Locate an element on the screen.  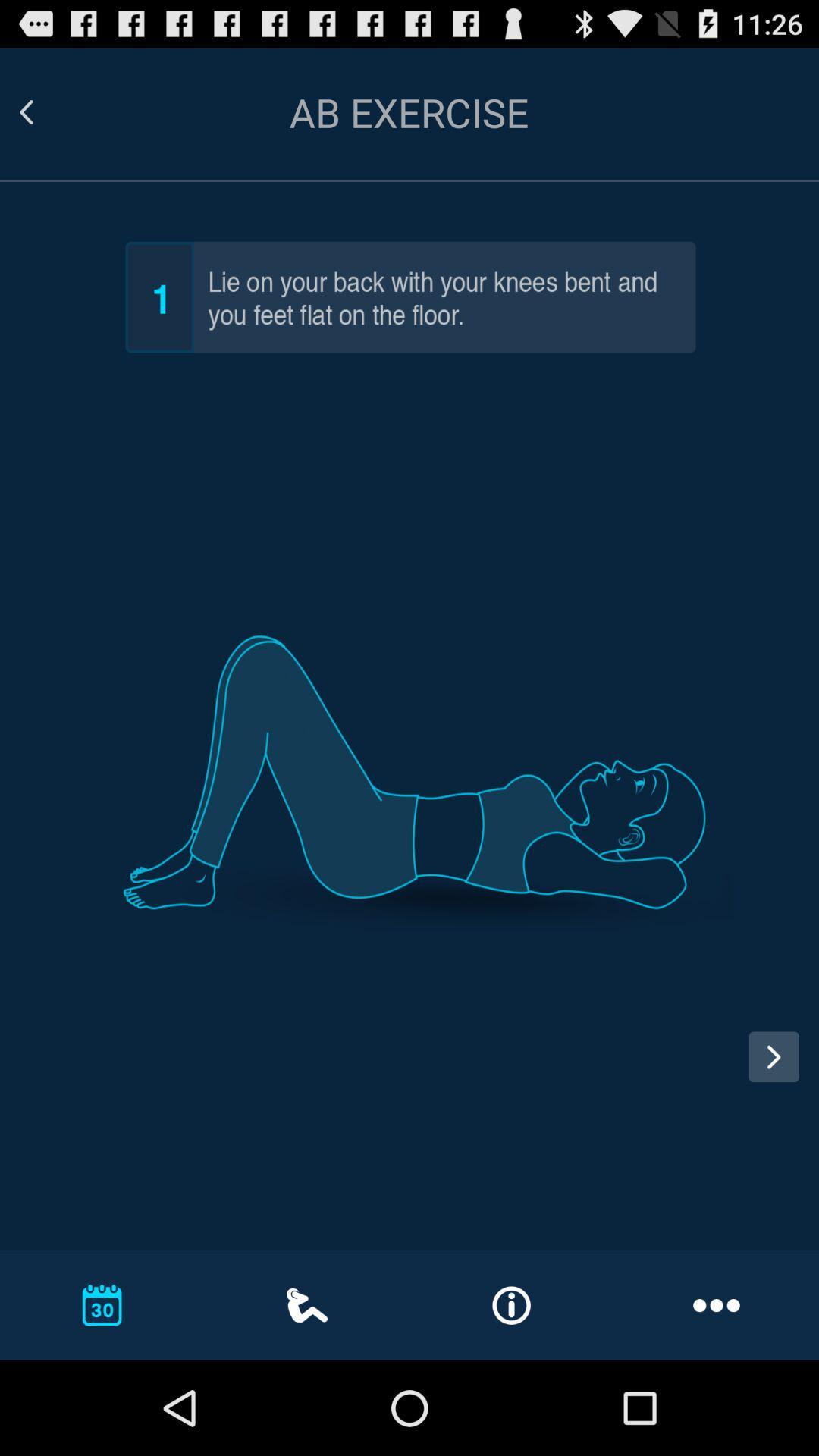
previous is located at coordinates (39, 1070).